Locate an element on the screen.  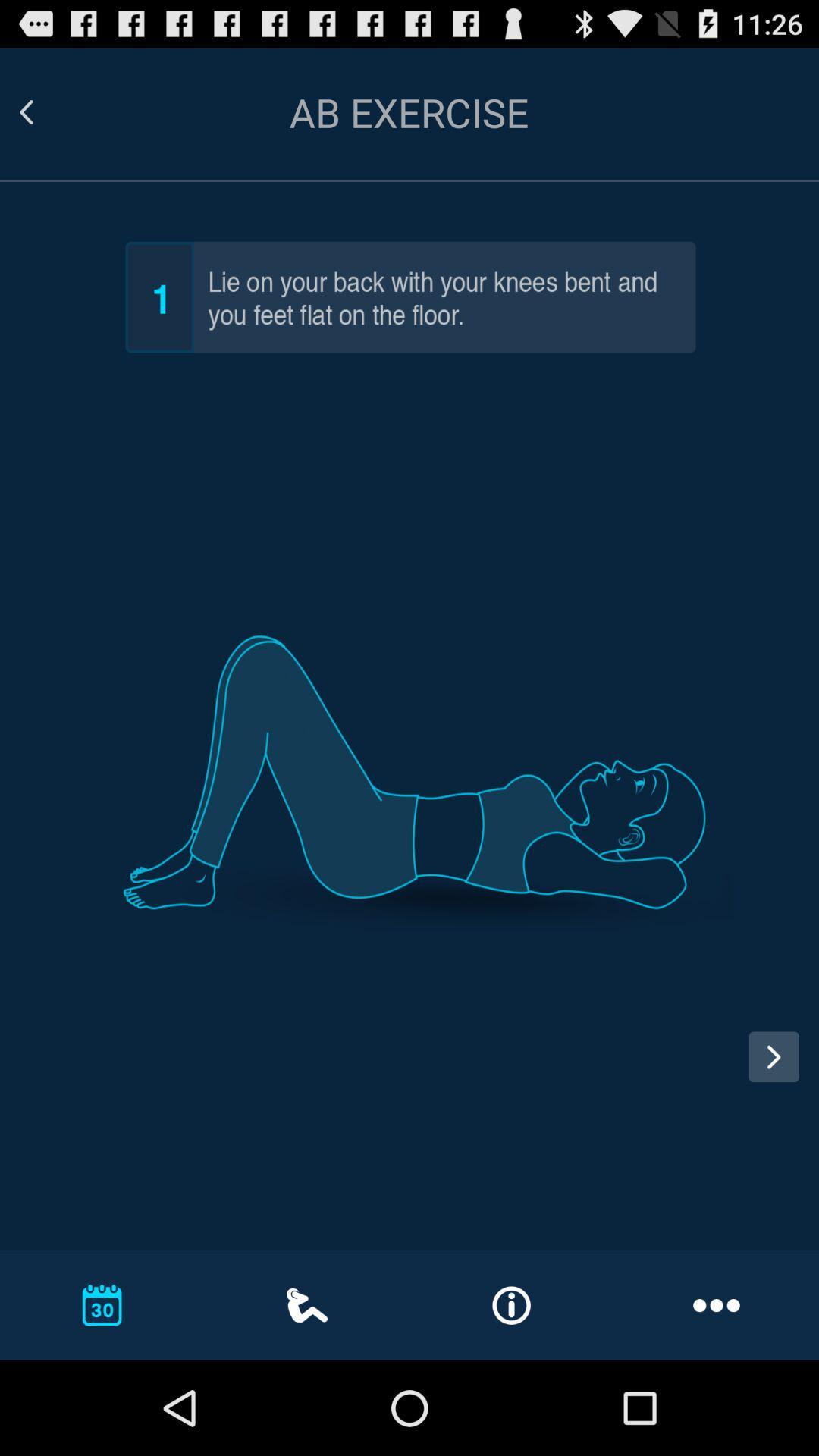
previous is located at coordinates (39, 1070).